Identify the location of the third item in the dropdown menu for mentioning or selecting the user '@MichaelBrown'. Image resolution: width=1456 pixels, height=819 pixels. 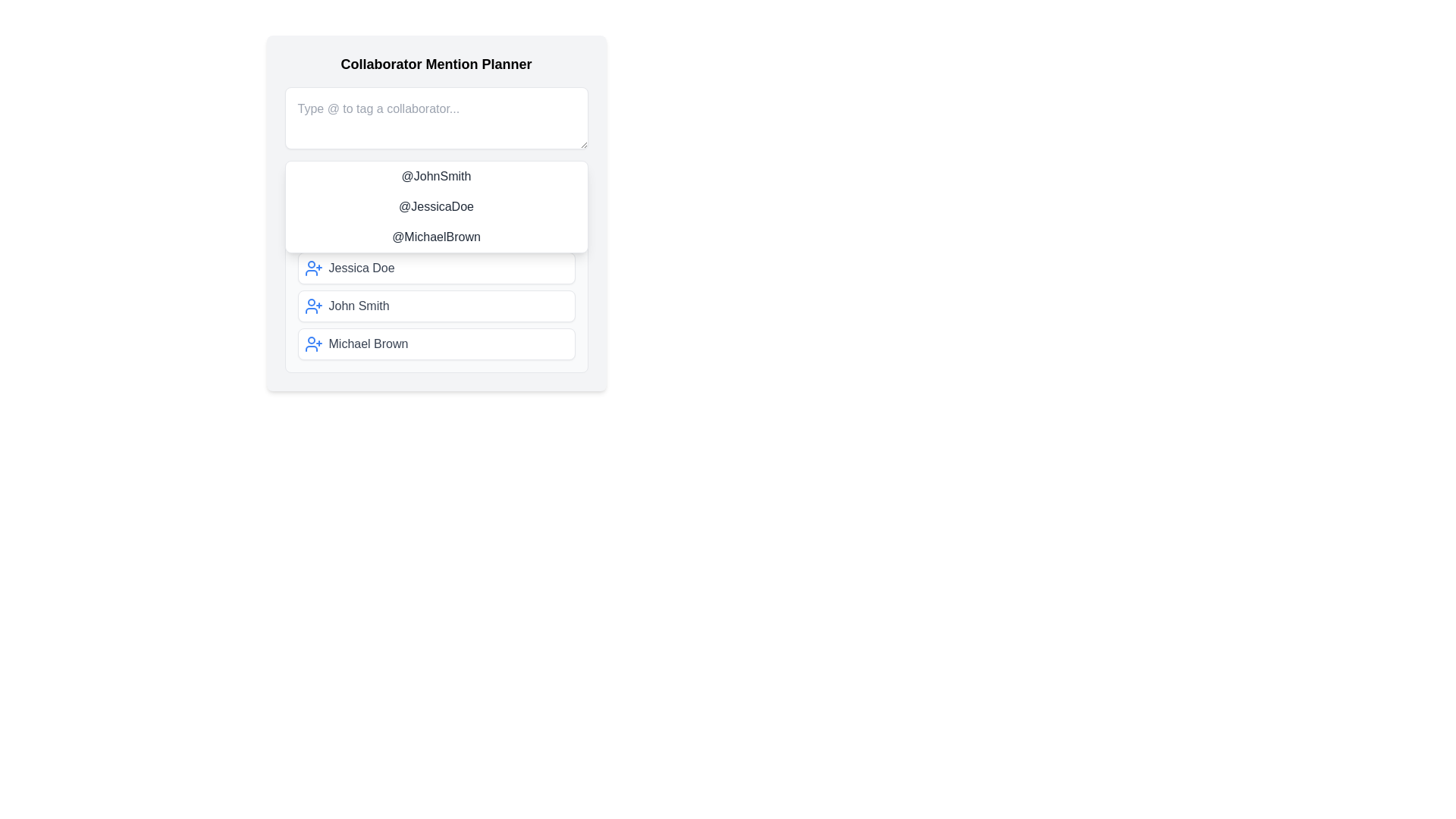
(435, 237).